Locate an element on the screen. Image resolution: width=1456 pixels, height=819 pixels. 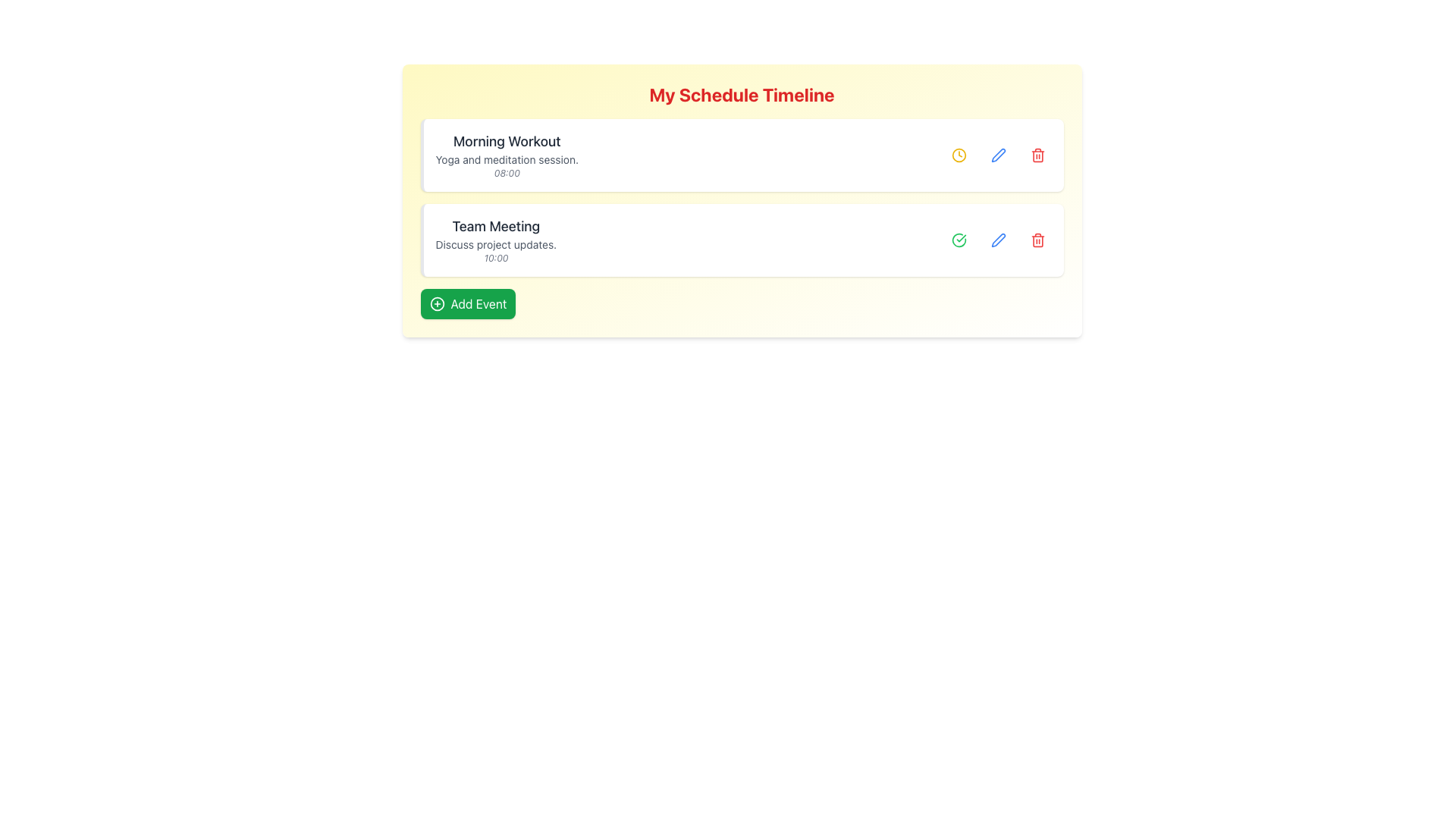
the 'Team Meeting' text label, which is prominently displayed in a bold, larger gray font within the second schedule block, located above the details of 'Discuss project updates.' is located at coordinates (496, 227).